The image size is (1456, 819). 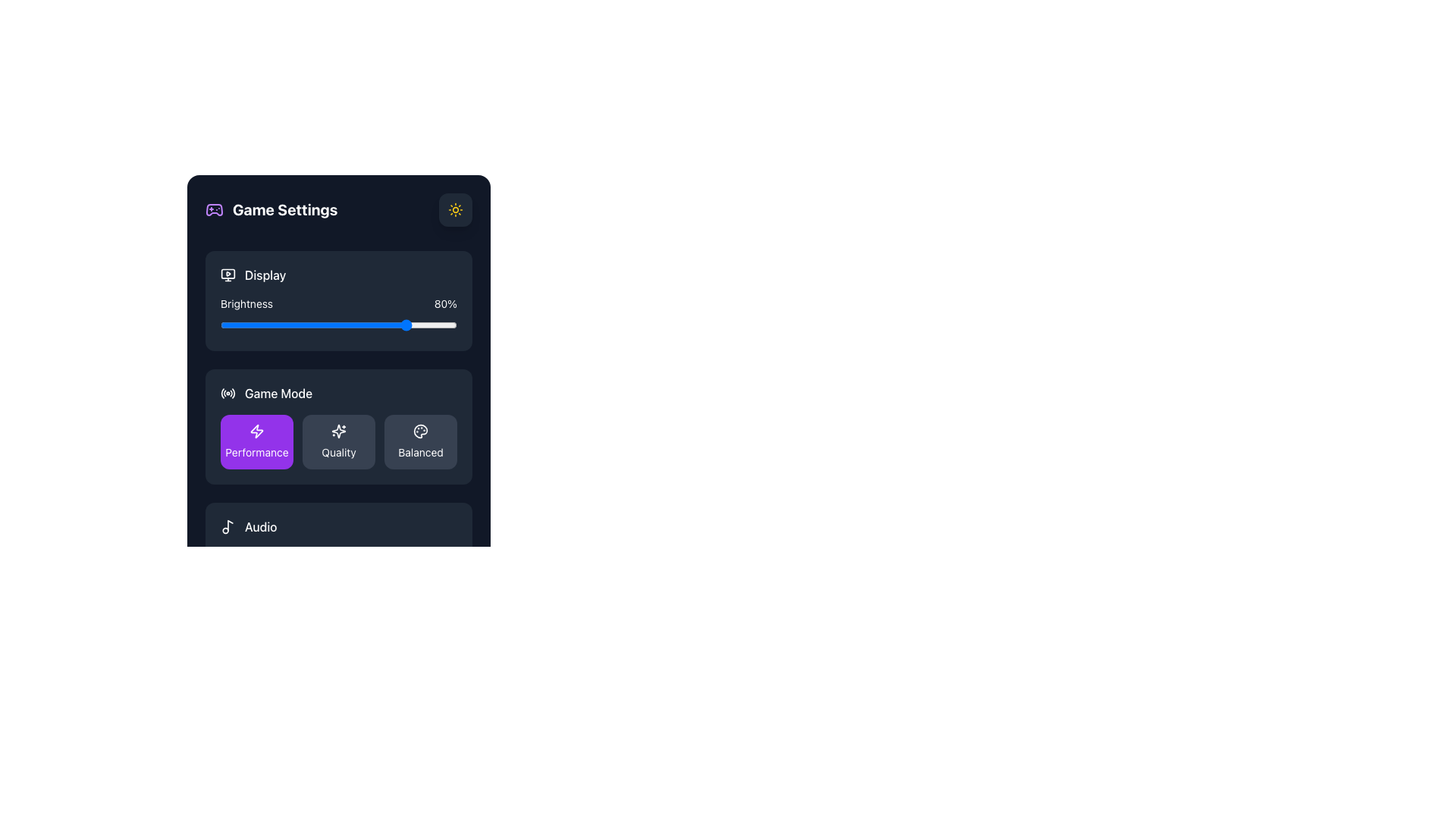 What do you see at coordinates (257, 431) in the screenshot?
I see `the lightning bolt icon within the 'Performance' button` at bounding box center [257, 431].